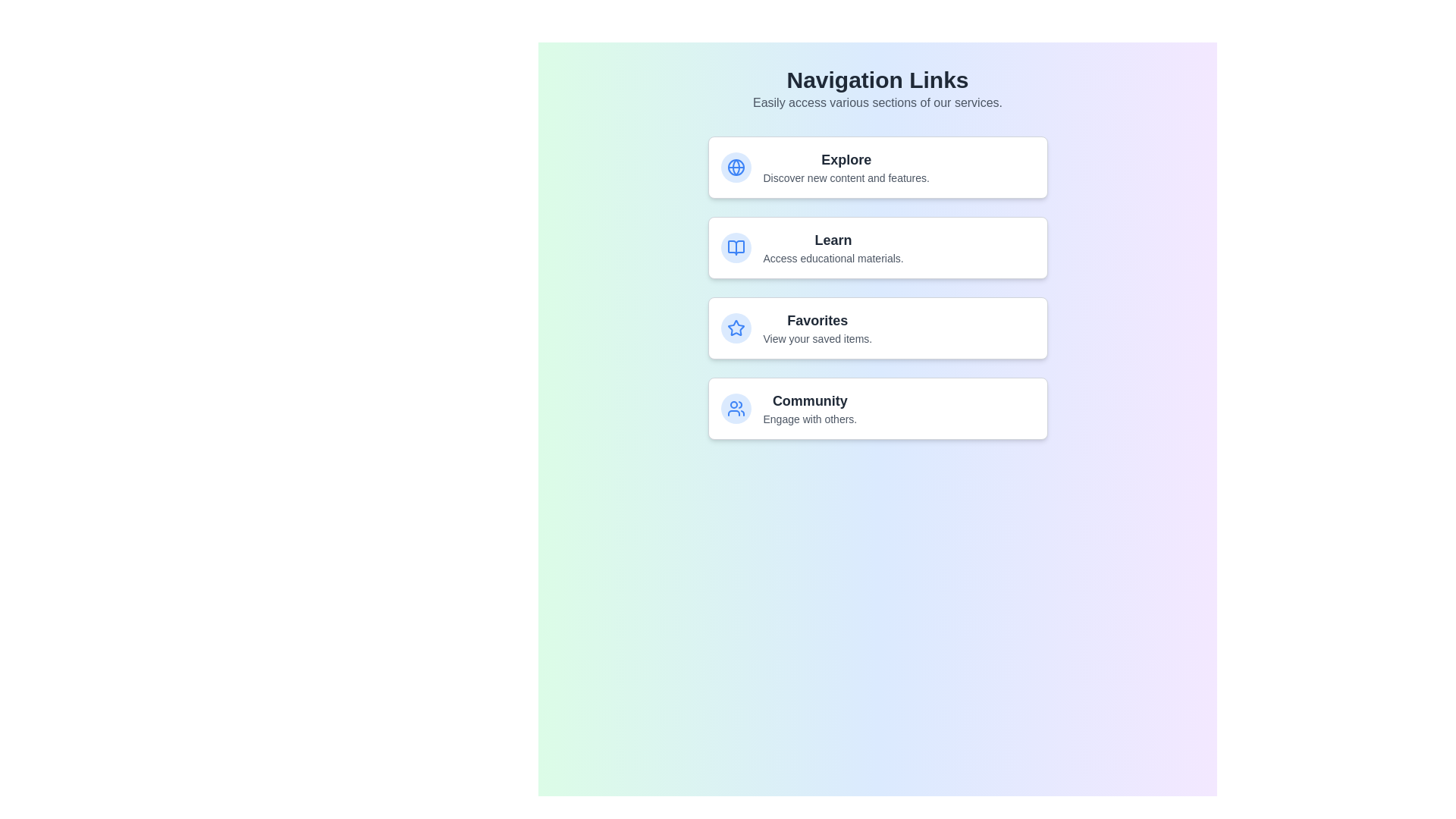 Image resolution: width=1456 pixels, height=819 pixels. Describe the element at coordinates (817, 320) in the screenshot. I see `the 'Favorites' text label, which serves as the title for the Favorites section and is located above the 'View your saved items' text element` at that location.